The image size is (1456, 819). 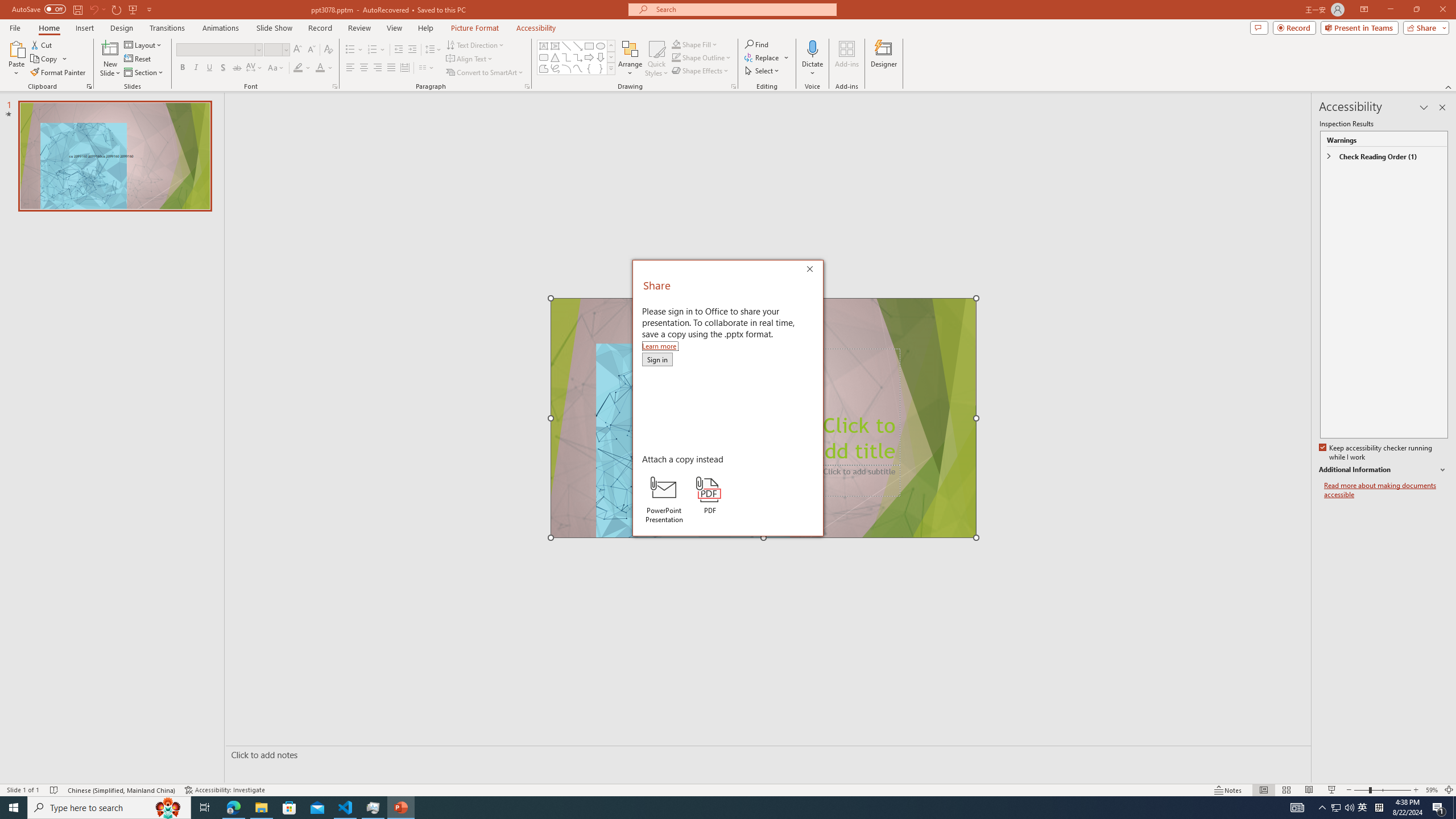 What do you see at coordinates (233, 806) in the screenshot?
I see `'Microsoft Edge - 1 running window'` at bounding box center [233, 806].